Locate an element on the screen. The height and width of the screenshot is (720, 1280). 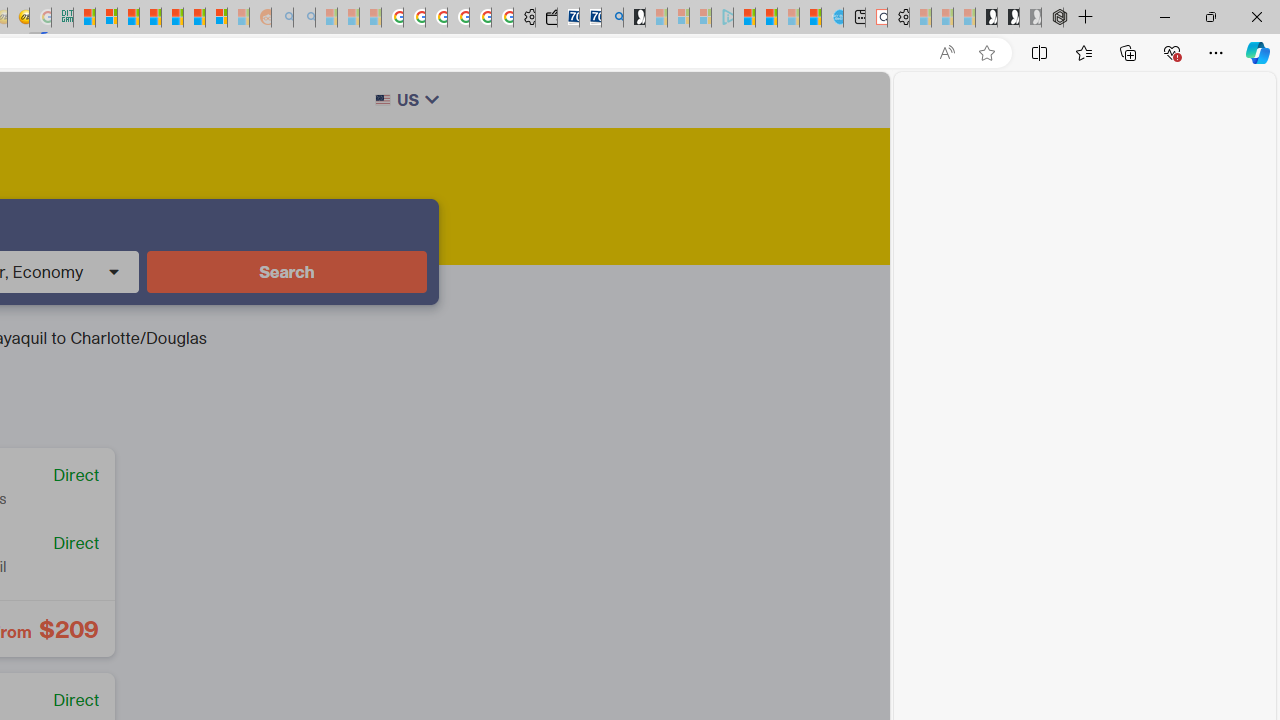
'New Tab' is located at coordinates (1085, 17).